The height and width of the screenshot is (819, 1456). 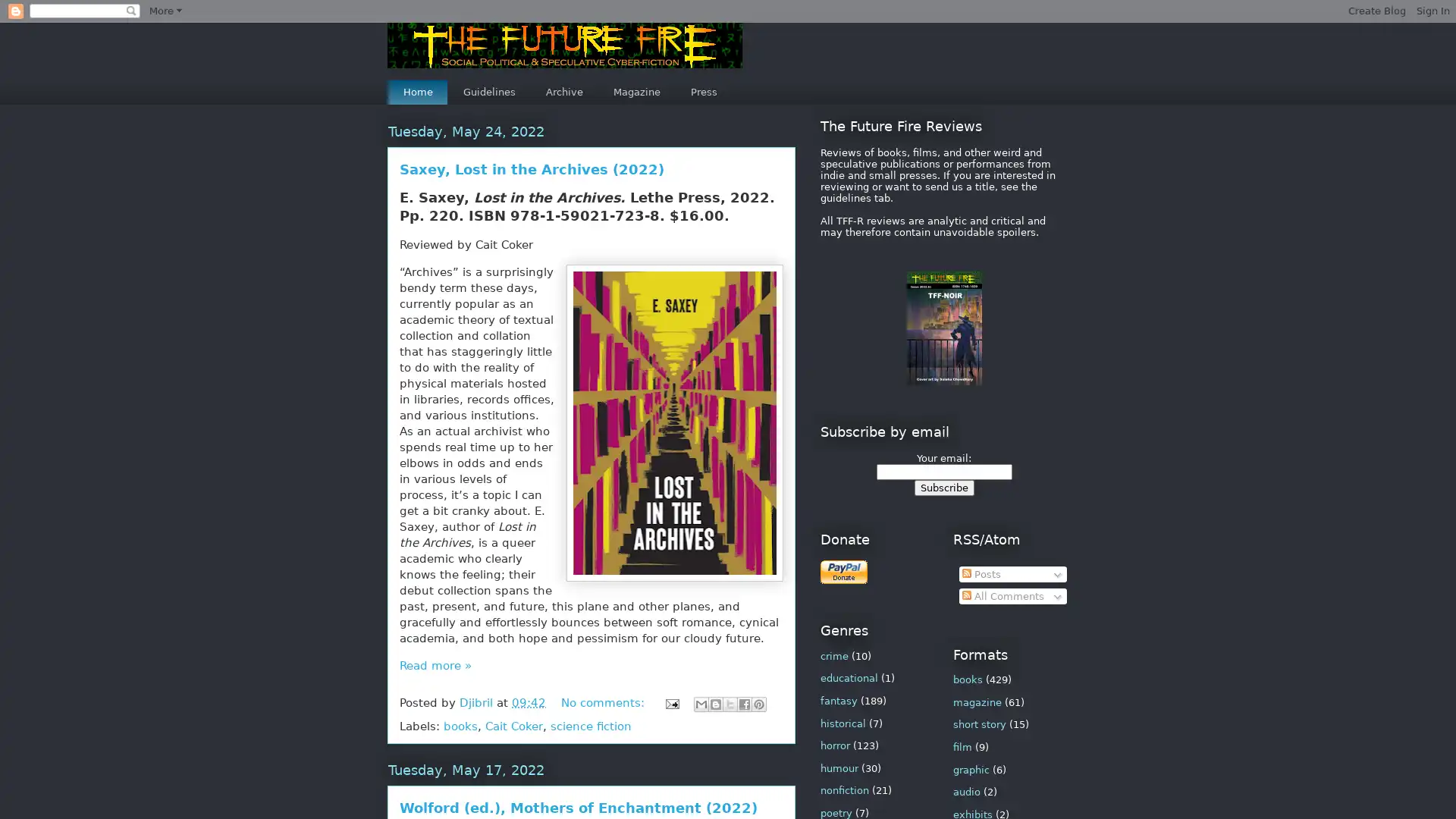 What do you see at coordinates (943, 487) in the screenshot?
I see `Subscribe` at bounding box center [943, 487].